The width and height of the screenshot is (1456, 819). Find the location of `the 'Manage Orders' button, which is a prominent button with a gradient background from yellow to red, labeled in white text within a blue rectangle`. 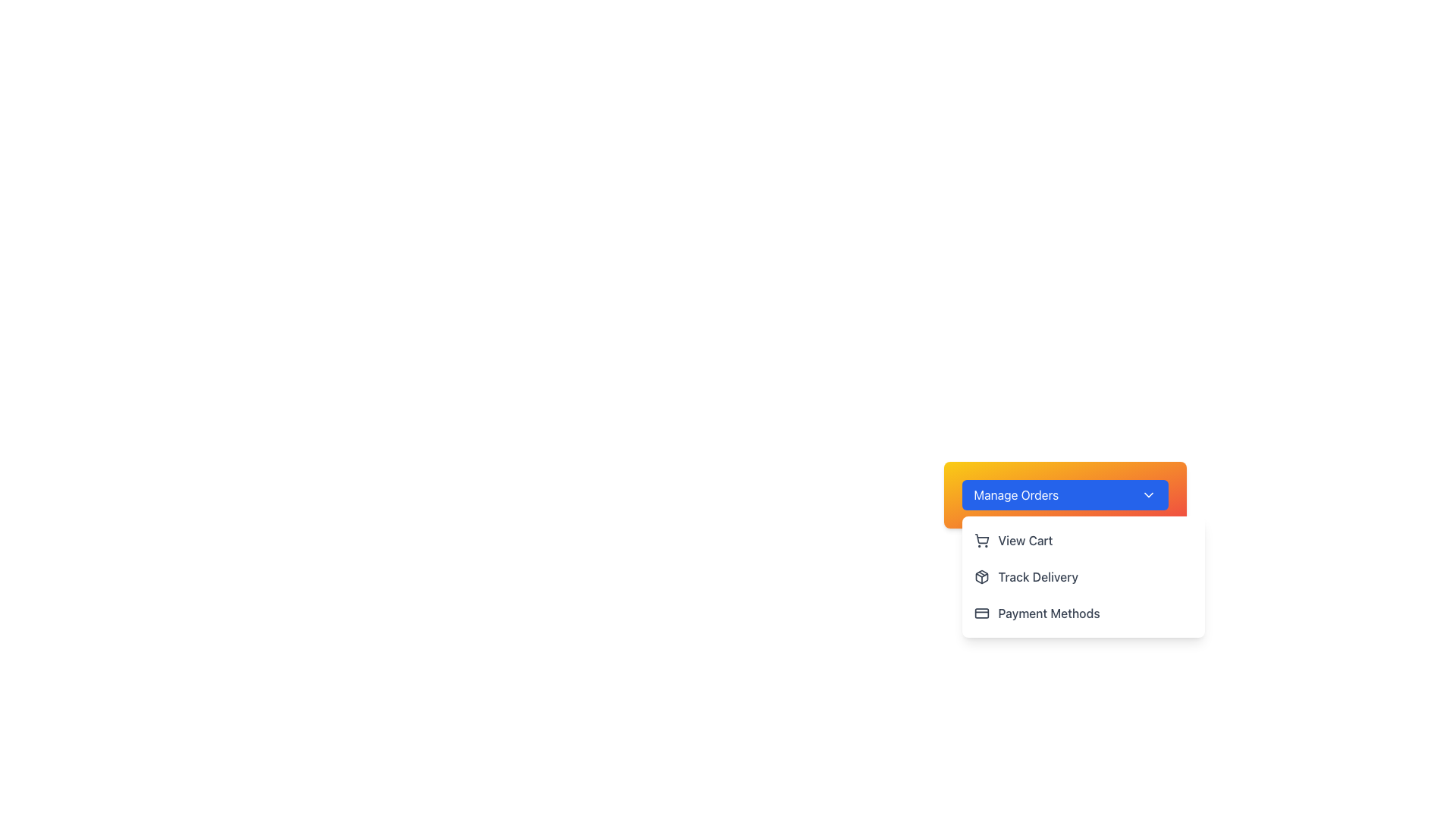

the 'Manage Orders' button, which is a prominent button with a gradient background from yellow to red, labeled in white text within a blue rectangle is located at coordinates (1064, 494).